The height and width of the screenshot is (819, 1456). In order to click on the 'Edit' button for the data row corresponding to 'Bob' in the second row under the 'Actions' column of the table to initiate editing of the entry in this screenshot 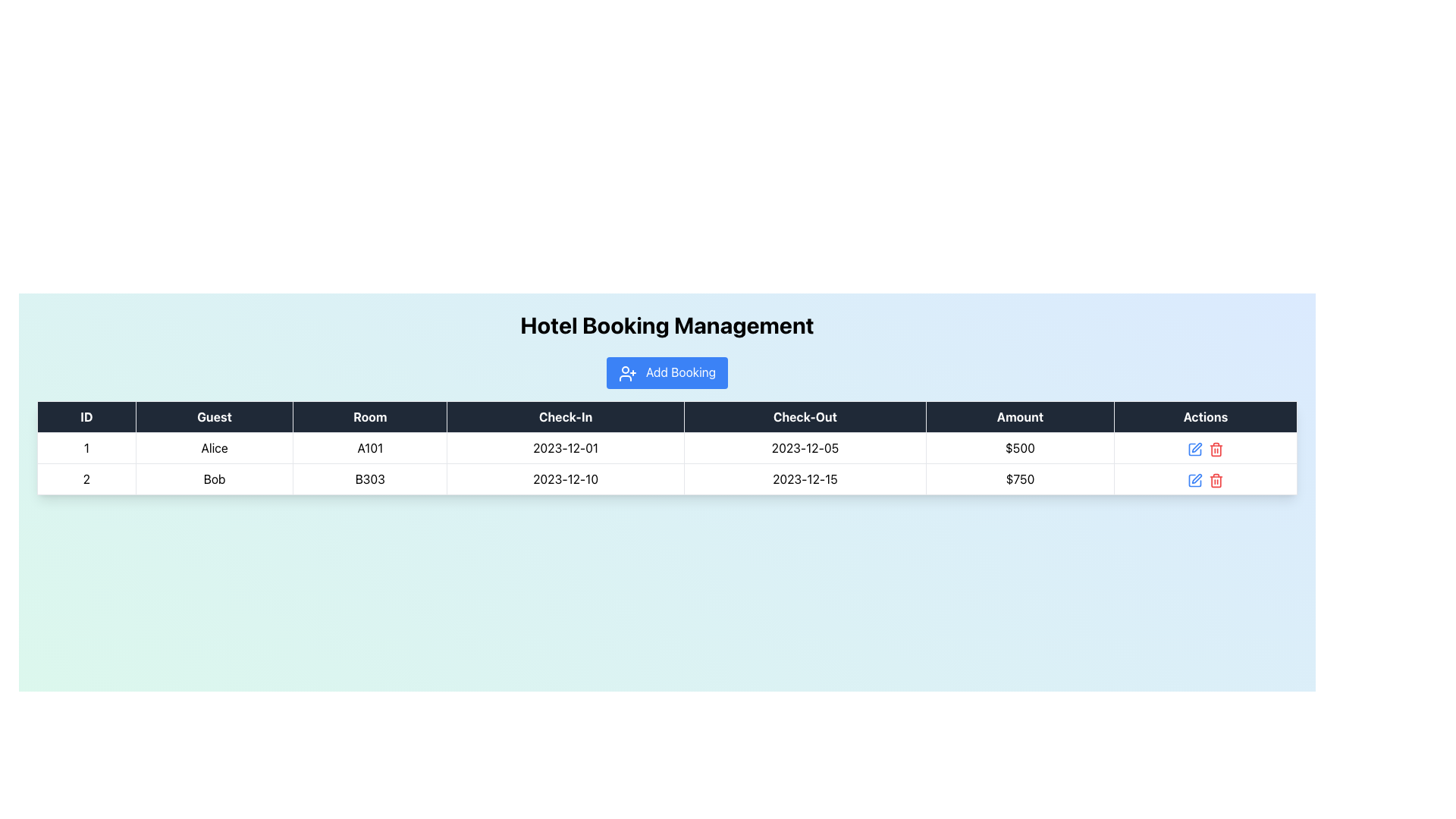, I will do `click(1196, 447)`.